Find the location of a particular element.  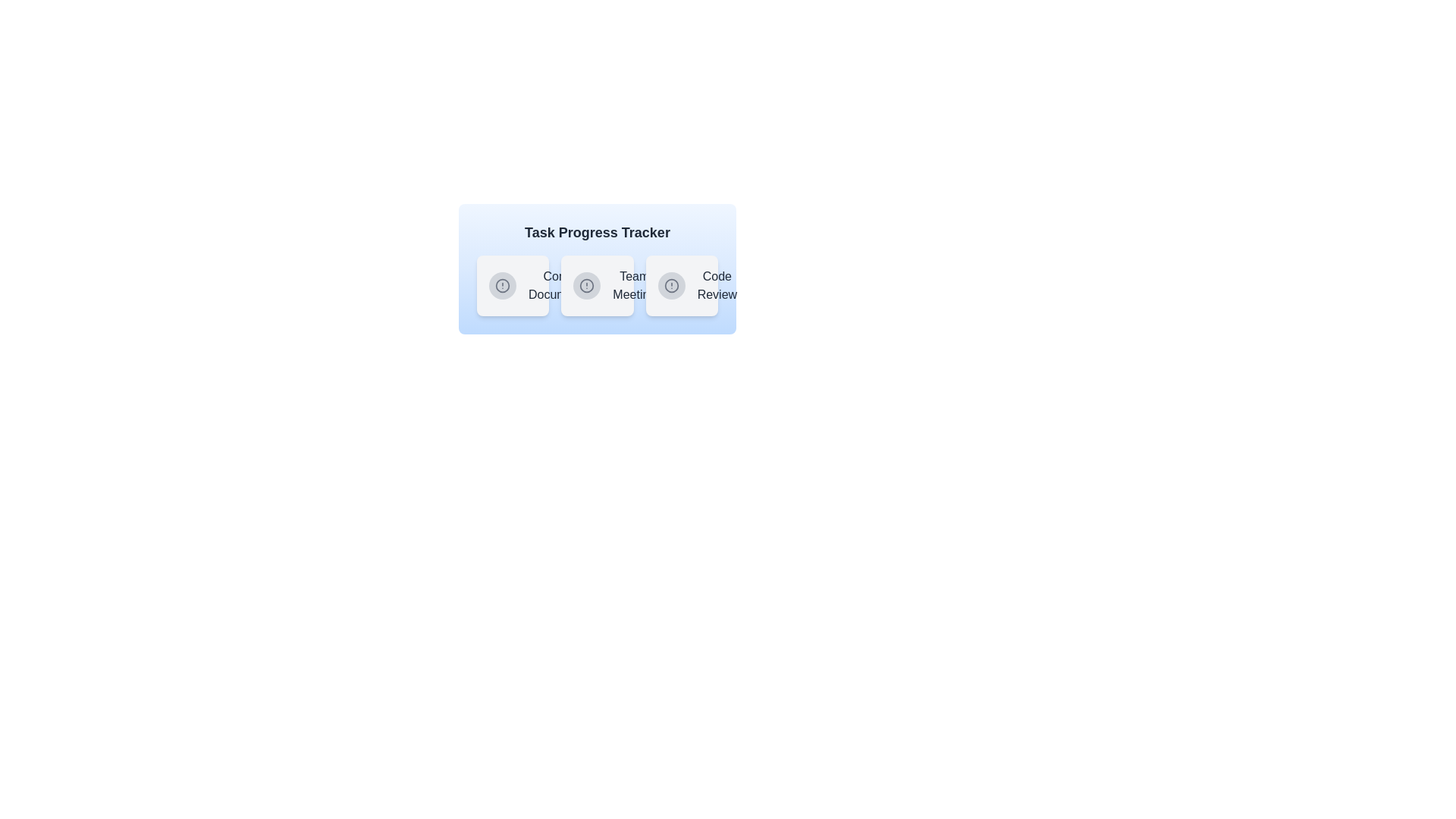

the task chip labeled Team Meeting to toggle its completion state is located at coordinates (596, 286).